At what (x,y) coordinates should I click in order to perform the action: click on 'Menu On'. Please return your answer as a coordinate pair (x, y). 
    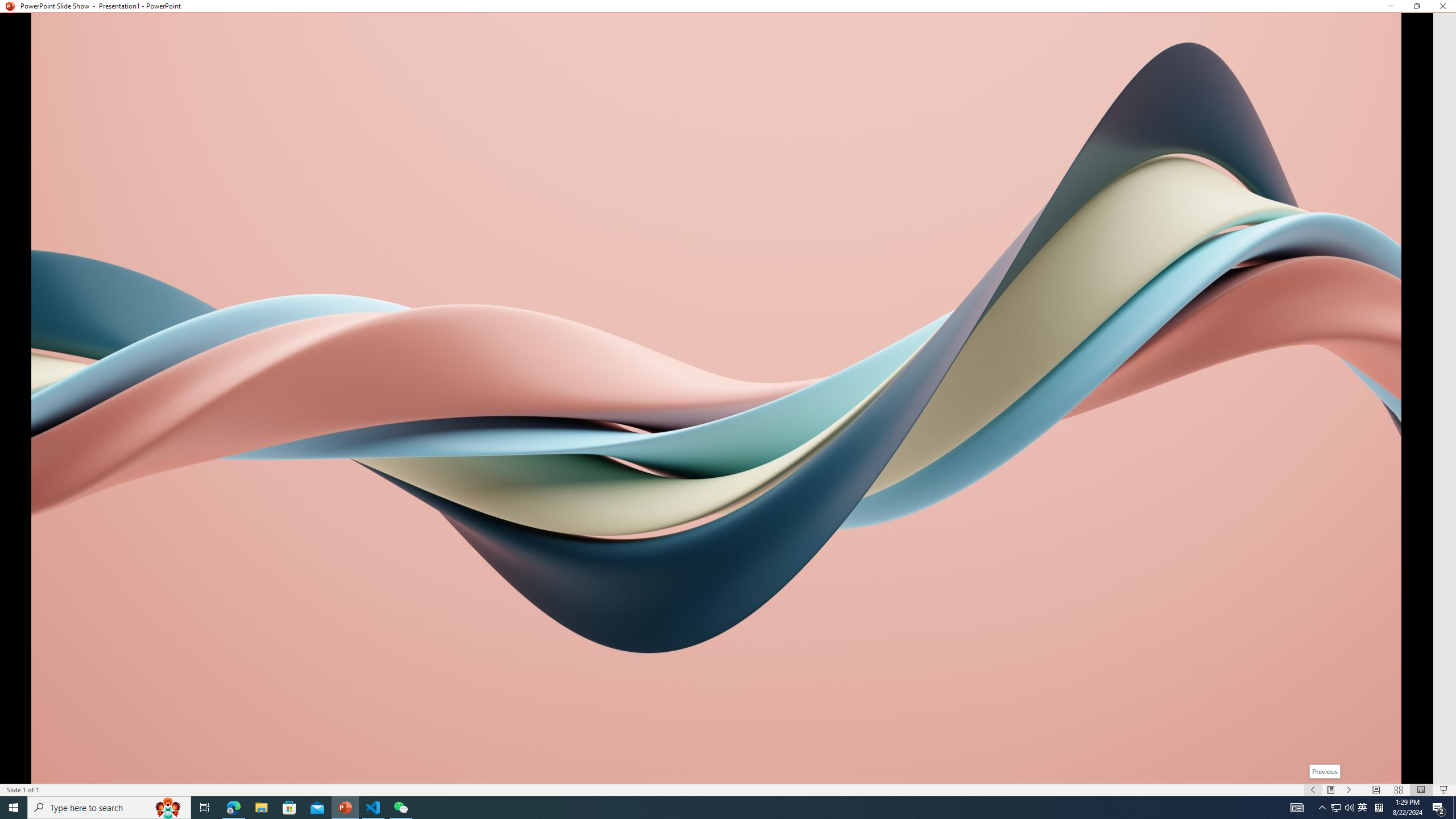
    Looking at the image, I should click on (1331, 790).